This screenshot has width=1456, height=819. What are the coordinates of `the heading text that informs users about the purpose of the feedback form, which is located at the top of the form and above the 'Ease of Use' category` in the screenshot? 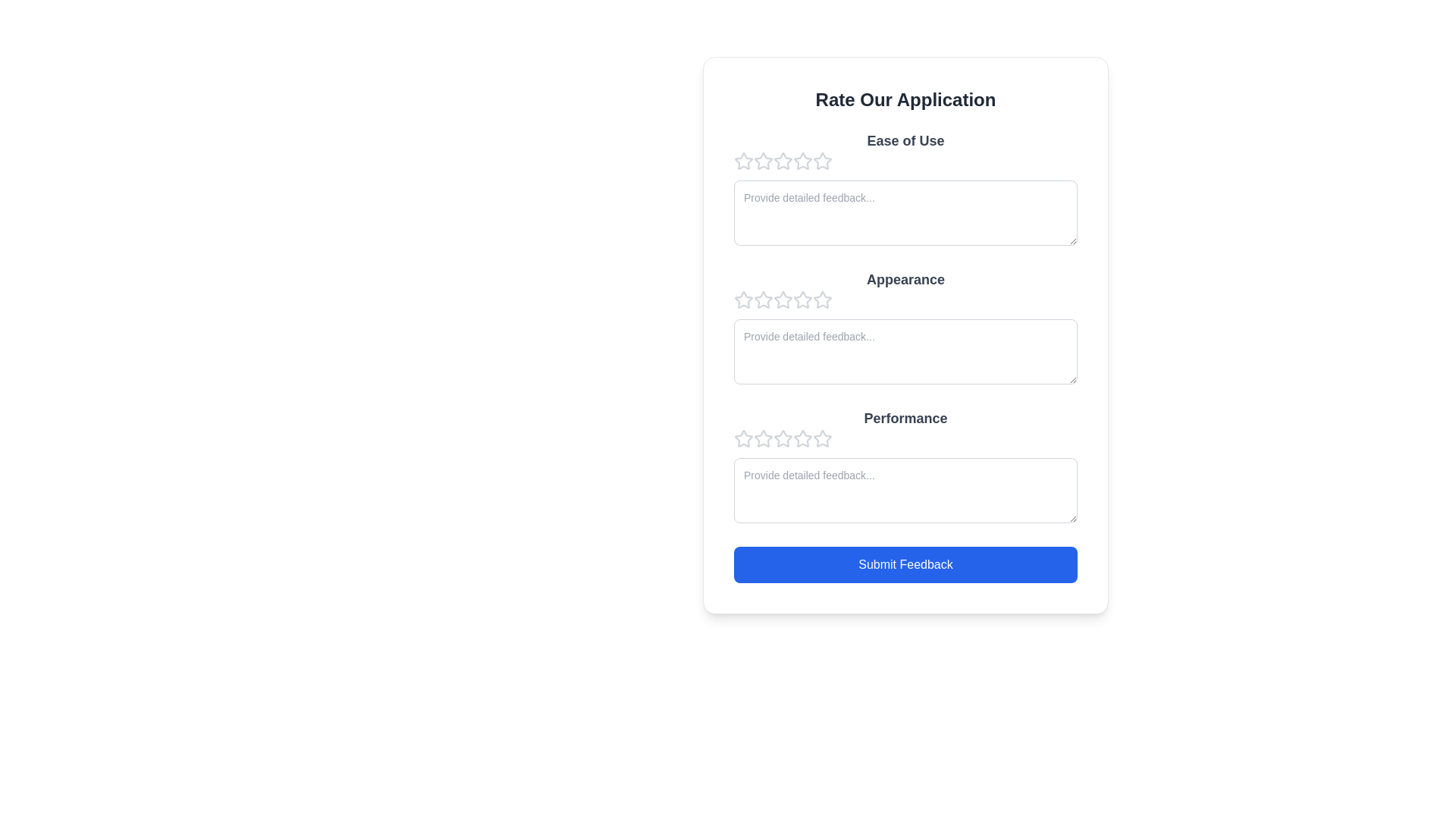 It's located at (905, 99).